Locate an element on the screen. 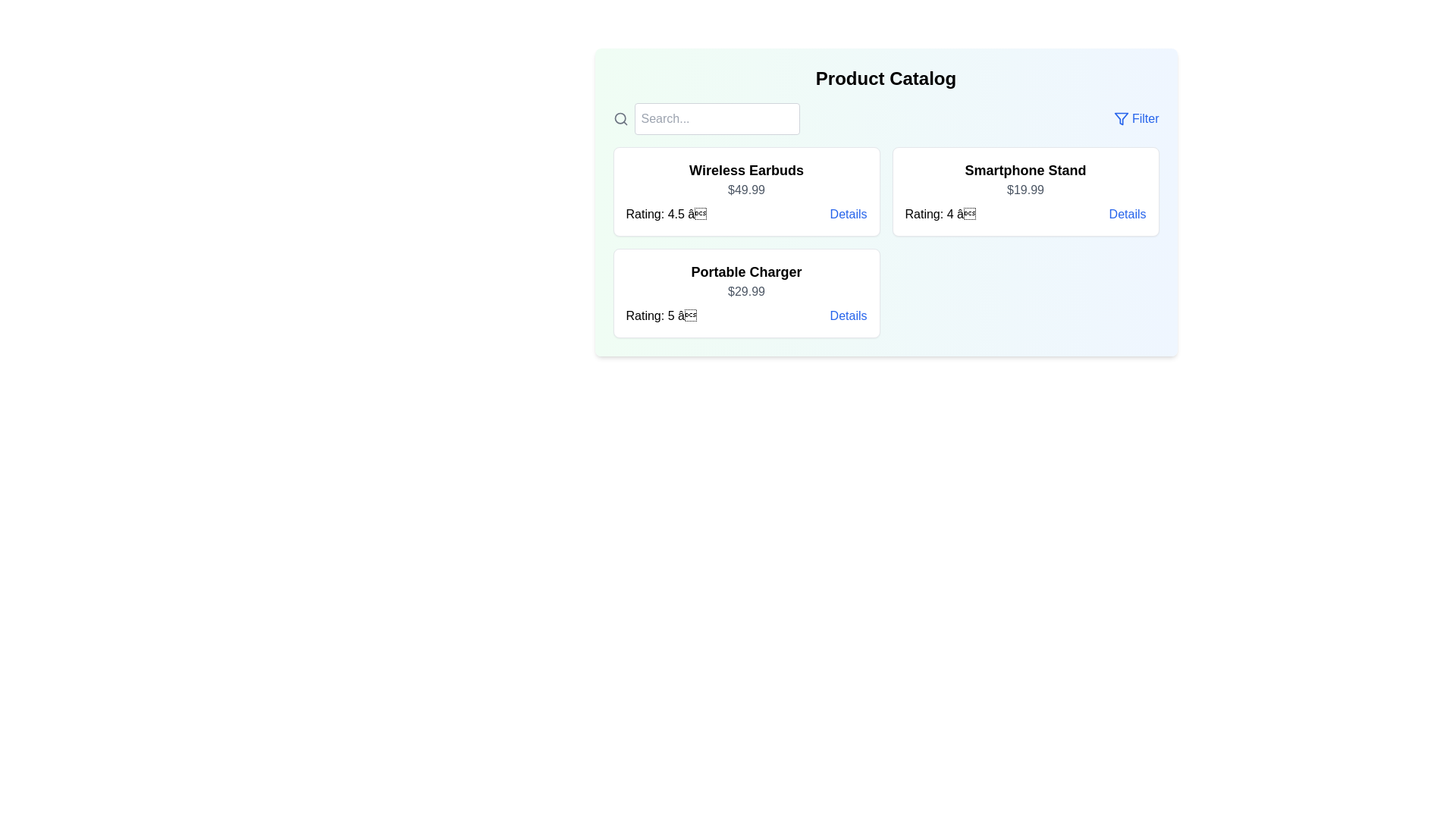 The image size is (1456, 819). the 'Filter' button to apply filters is located at coordinates (1136, 118).